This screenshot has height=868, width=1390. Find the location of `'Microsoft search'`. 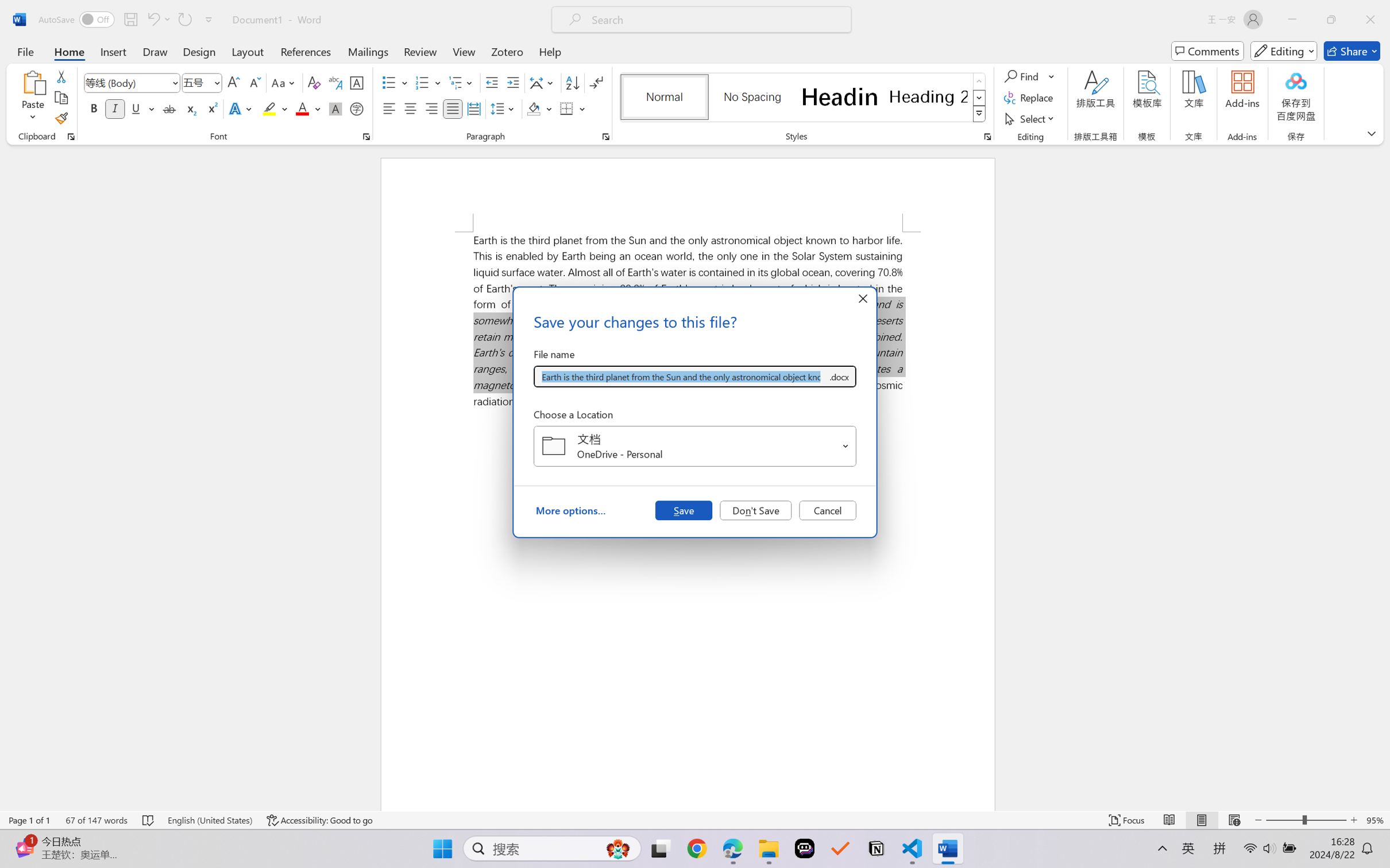

'Microsoft search' is located at coordinates (716, 19).